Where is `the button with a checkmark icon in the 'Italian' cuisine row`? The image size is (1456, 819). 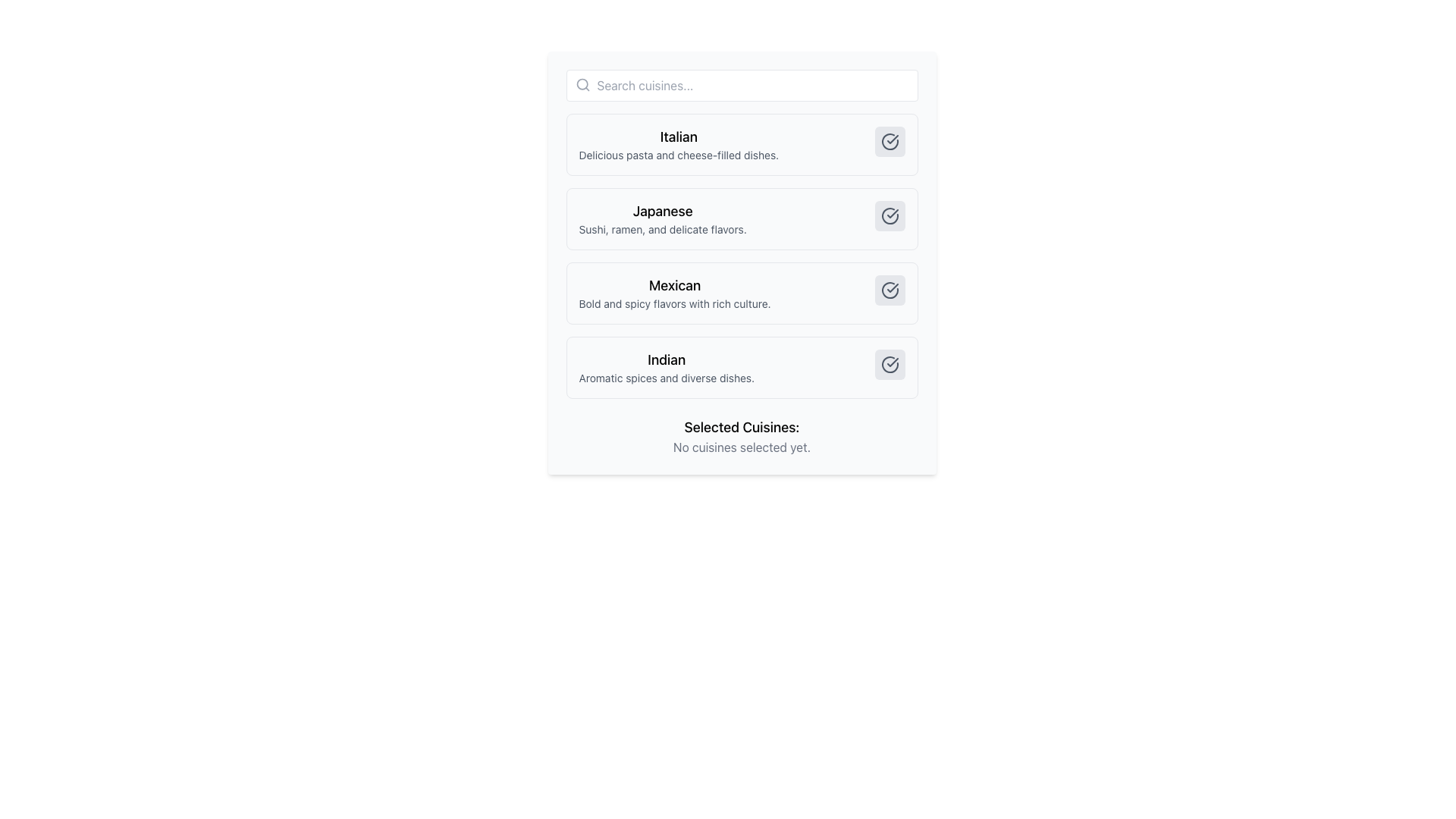 the button with a checkmark icon in the 'Italian' cuisine row is located at coordinates (890, 141).